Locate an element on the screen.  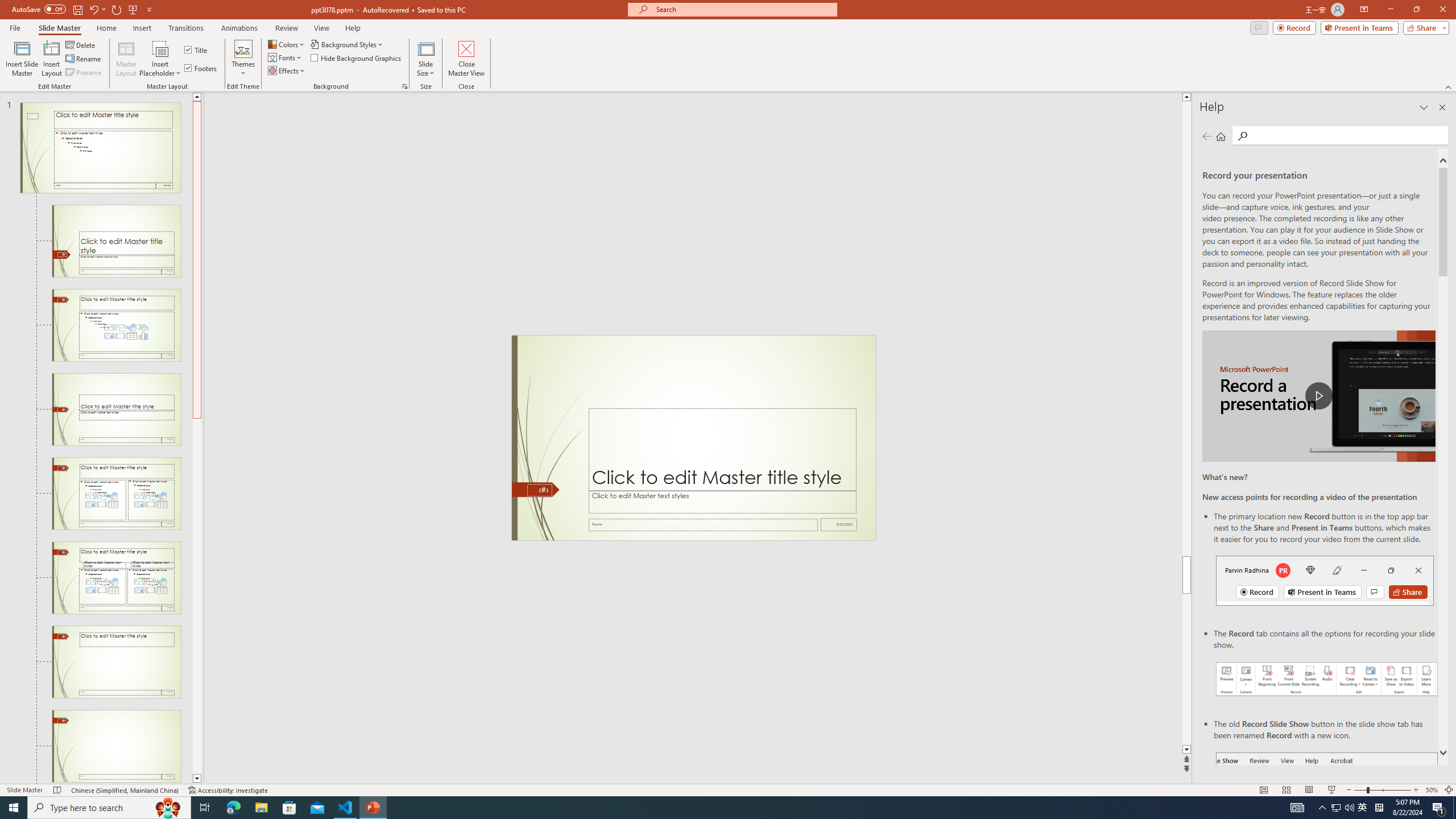
'Insert Placeholder' is located at coordinates (160, 59).